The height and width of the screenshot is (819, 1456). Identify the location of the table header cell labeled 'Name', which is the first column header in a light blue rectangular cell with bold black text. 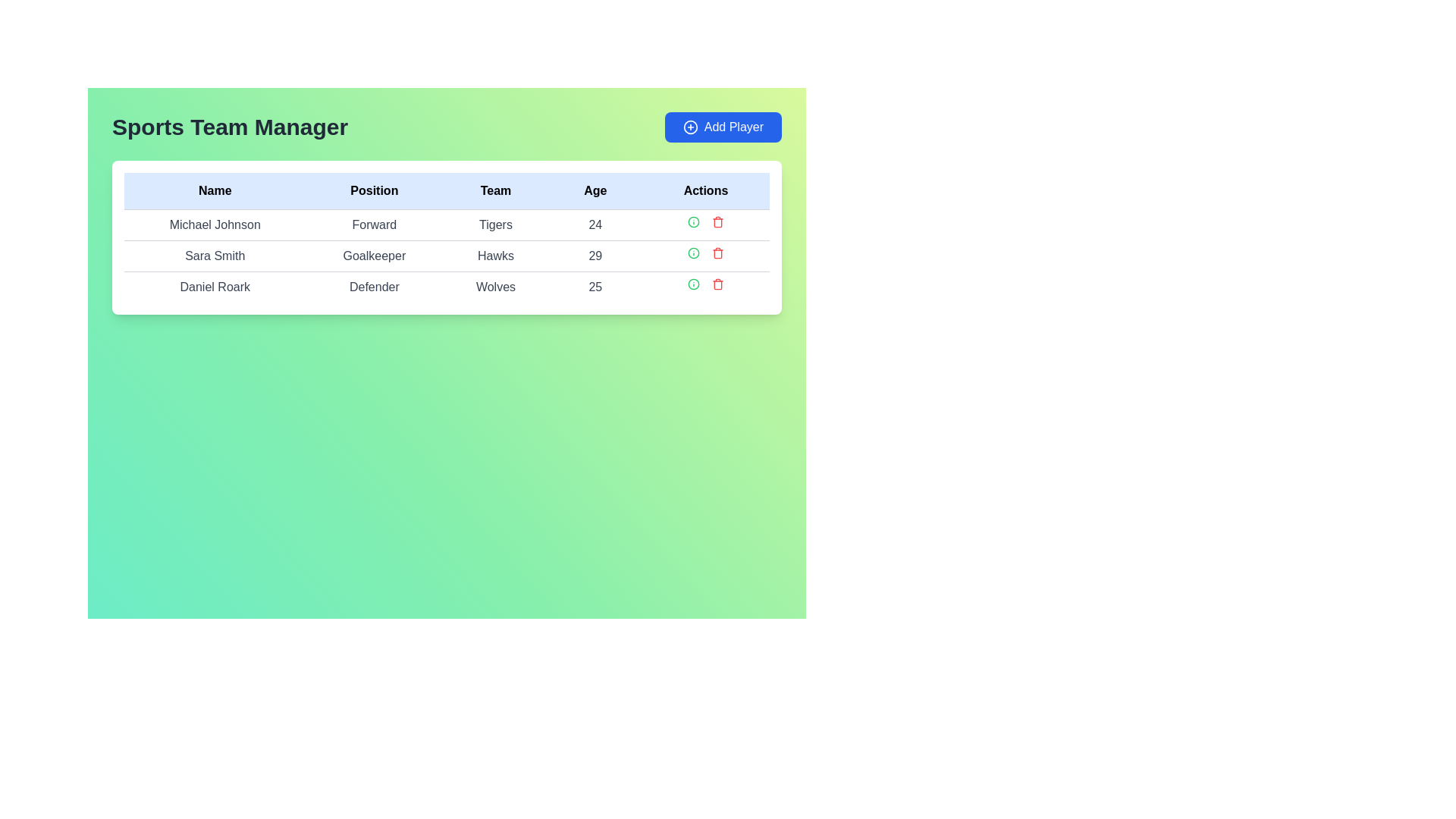
(214, 190).